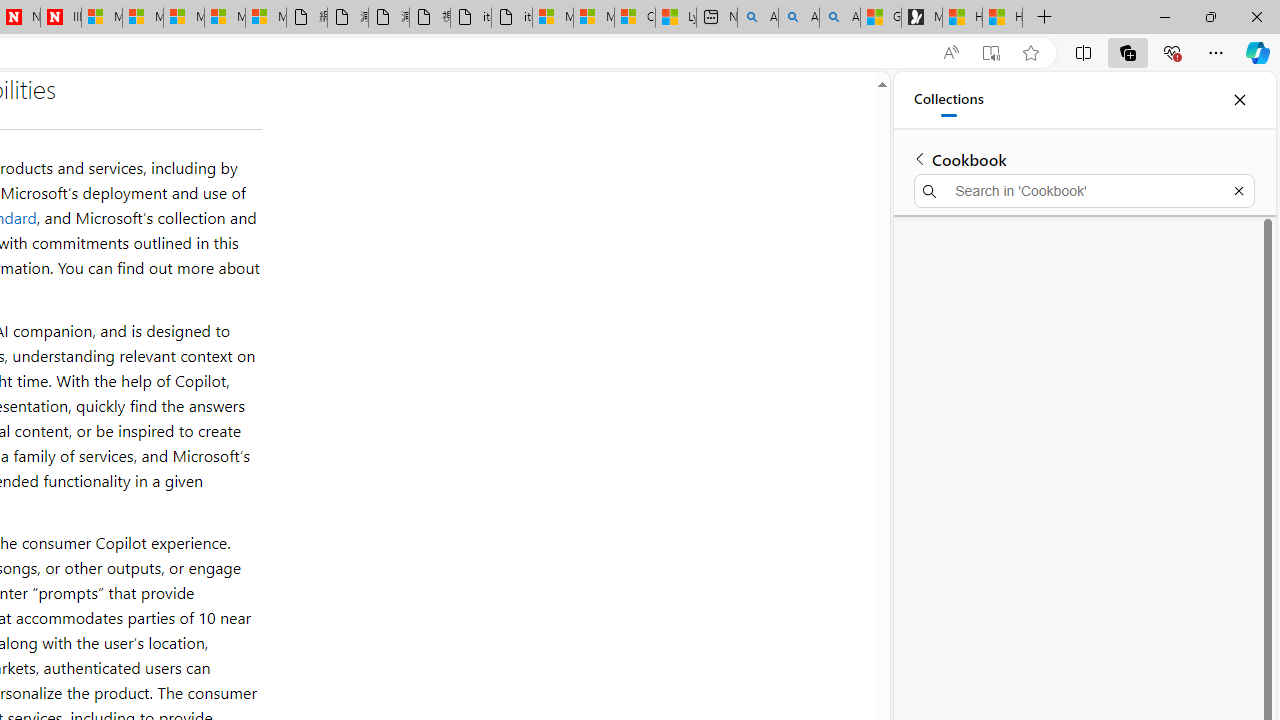  What do you see at coordinates (1083, 191) in the screenshot?
I see `'Search in '` at bounding box center [1083, 191].